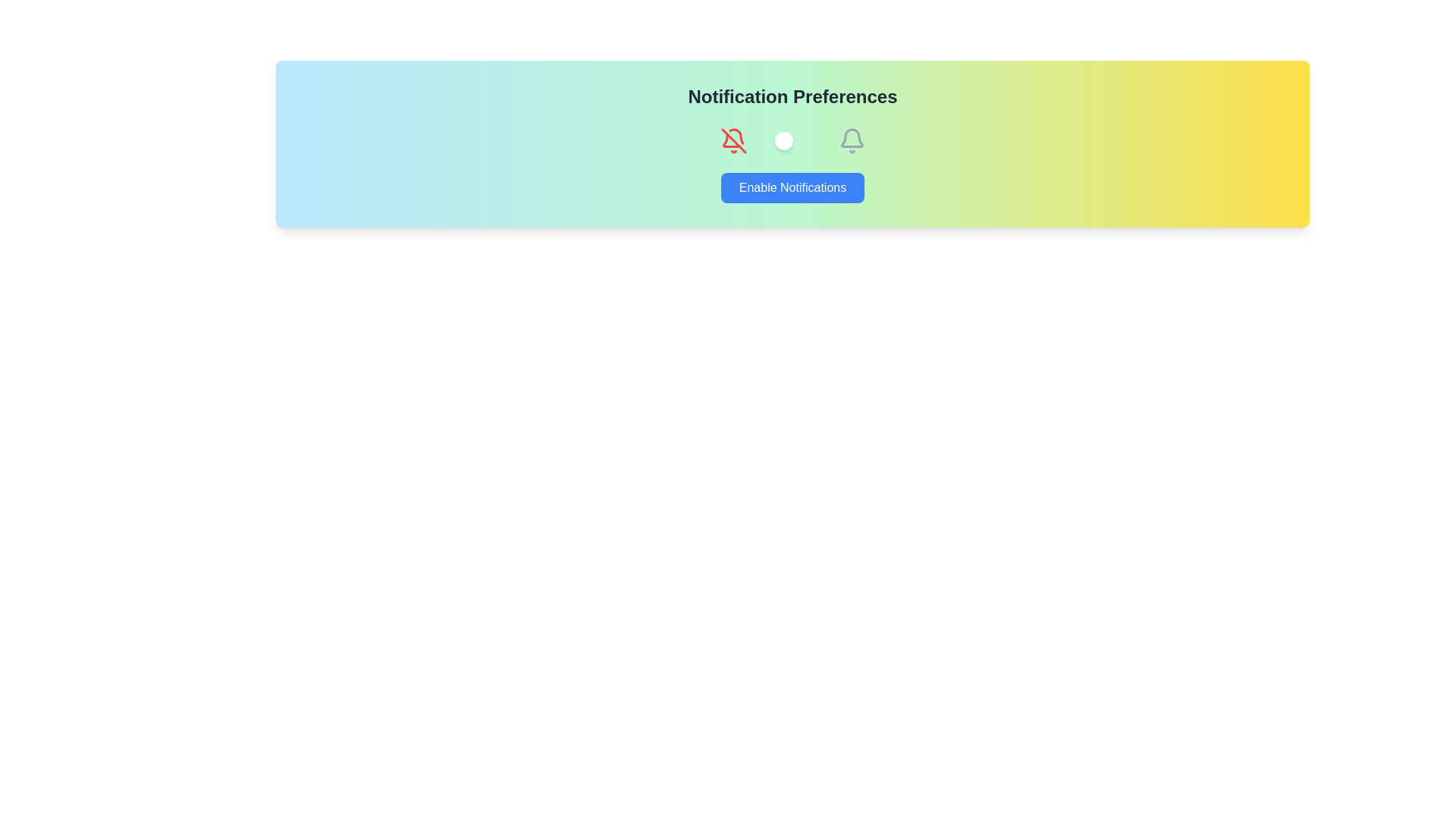 This screenshot has width=1456, height=819. What do you see at coordinates (792, 140) in the screenshot?
I see `the toggle switch to change its state` at bounding box center [792, 140].